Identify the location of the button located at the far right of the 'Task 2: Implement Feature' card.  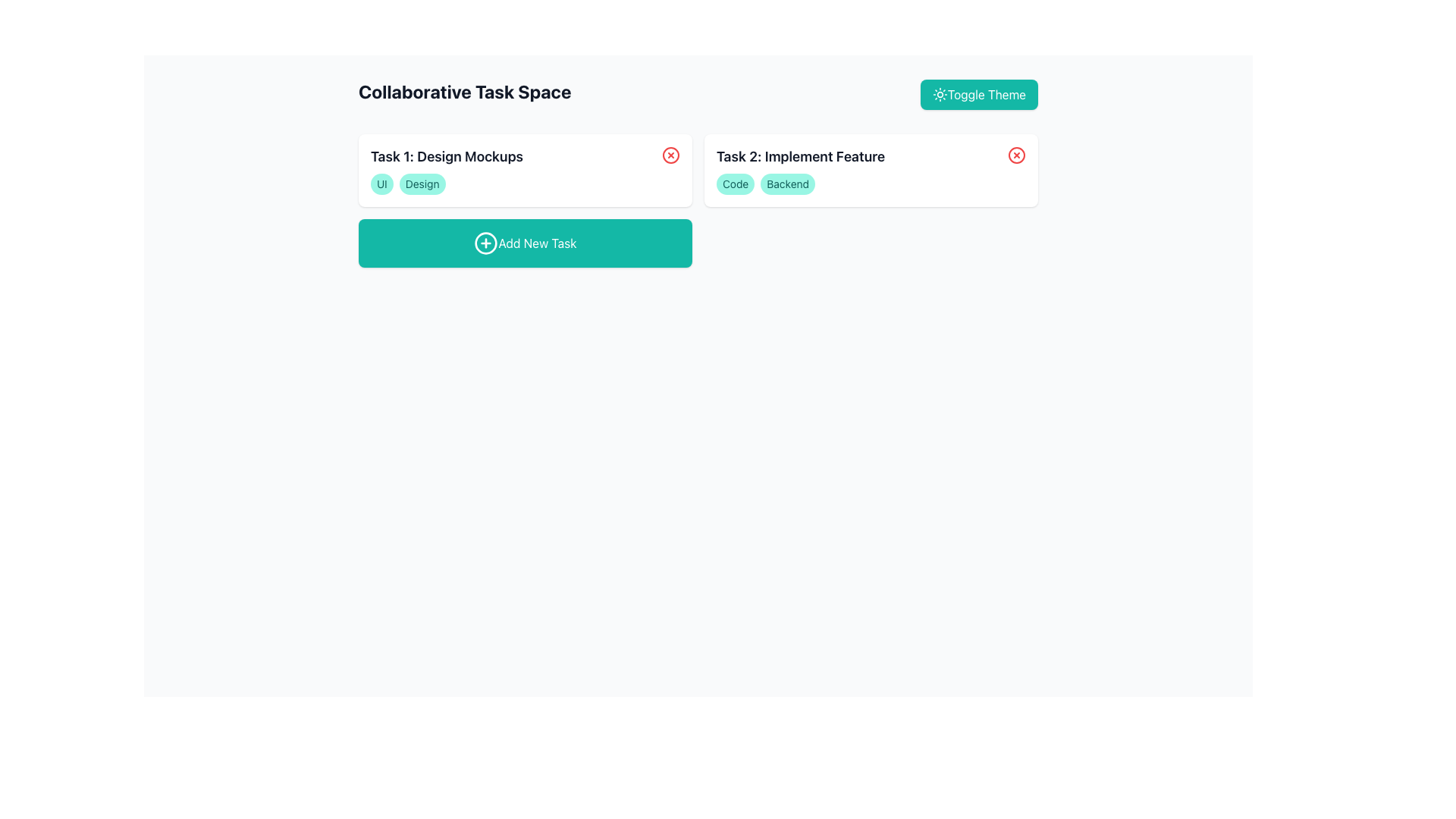
(1016, 155).